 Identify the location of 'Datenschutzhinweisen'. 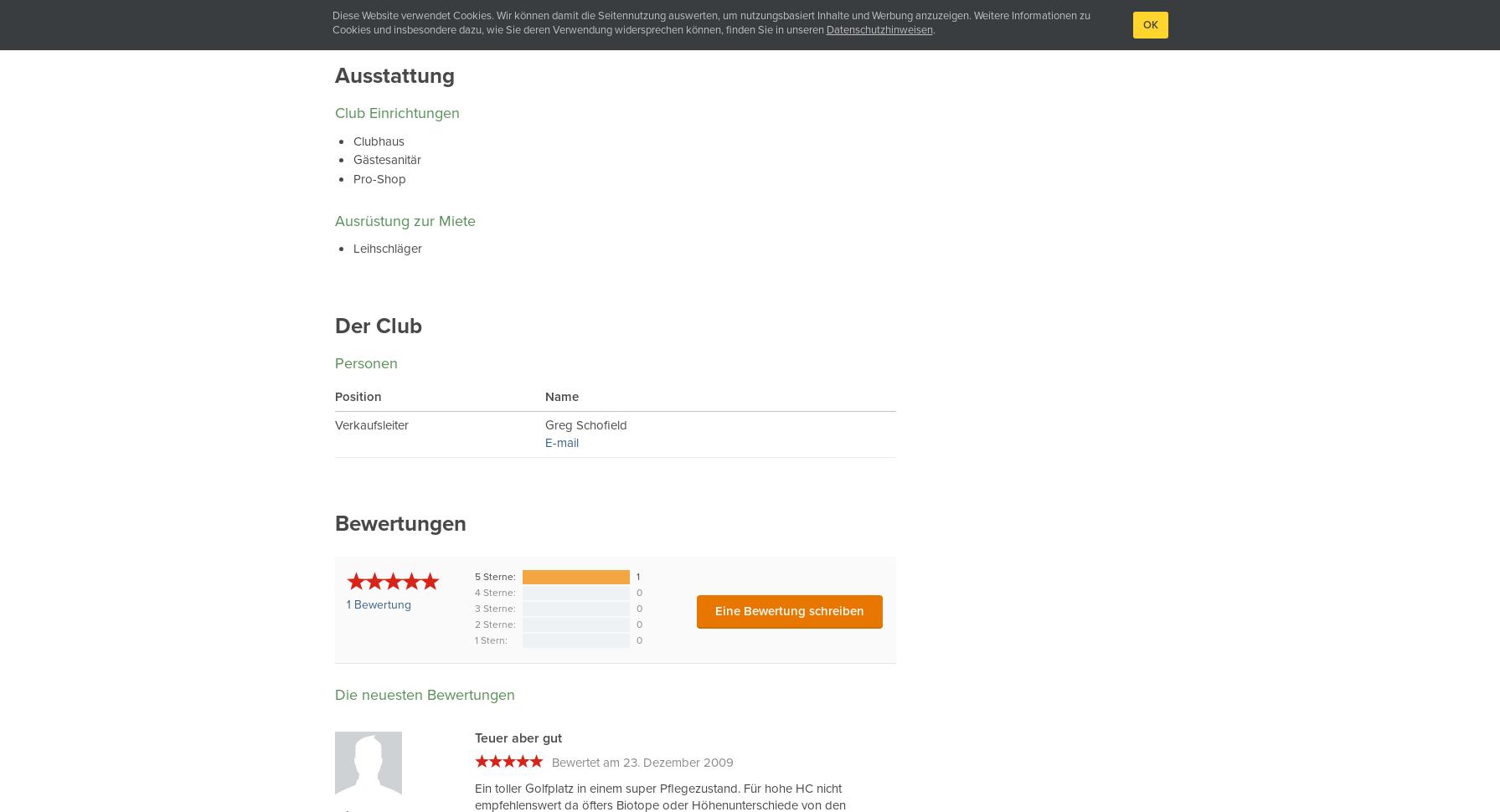
(824, 29).